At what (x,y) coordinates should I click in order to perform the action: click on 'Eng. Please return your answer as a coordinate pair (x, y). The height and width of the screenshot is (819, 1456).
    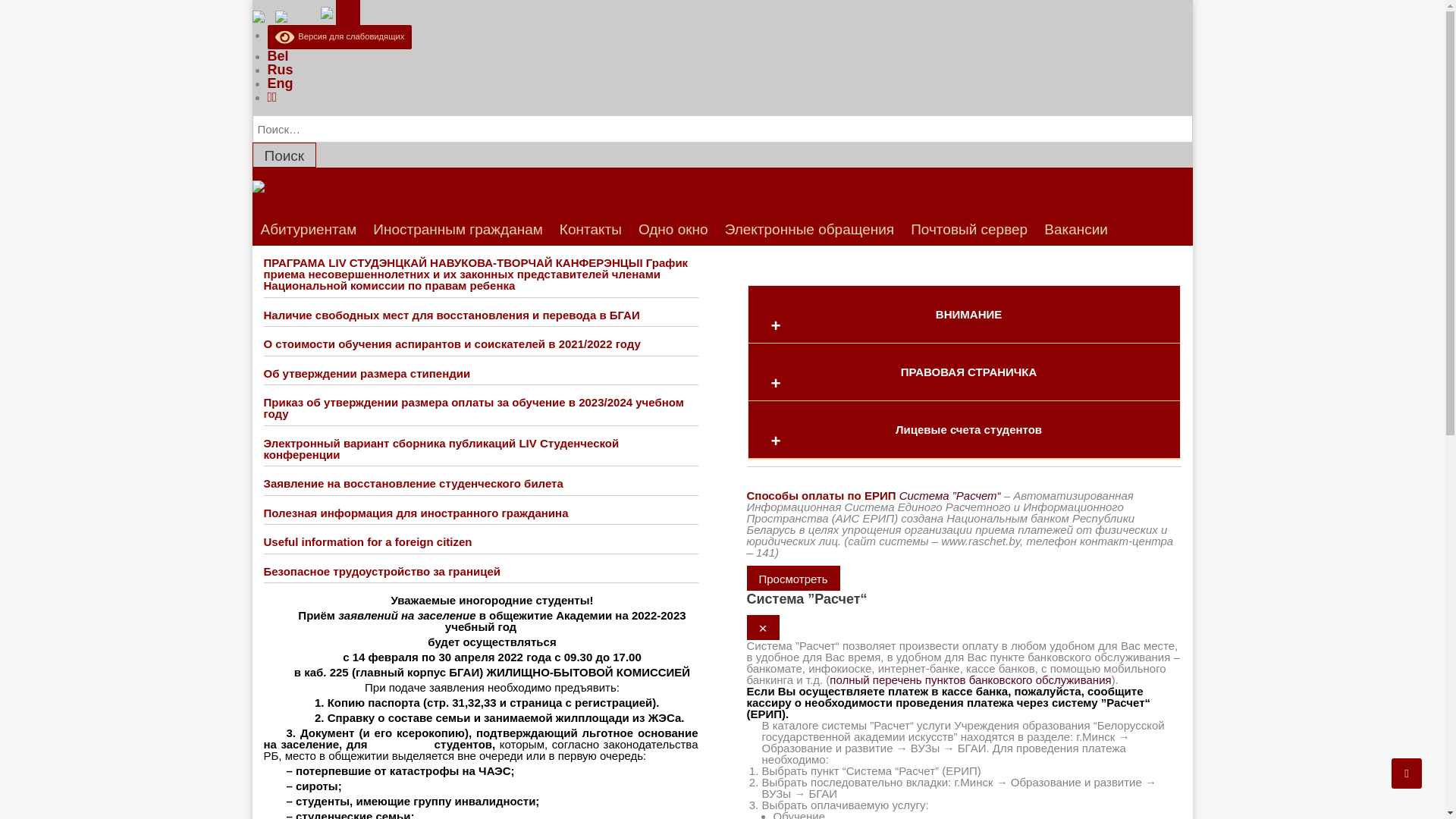
    Looking at the image, I should click on (280, 83).